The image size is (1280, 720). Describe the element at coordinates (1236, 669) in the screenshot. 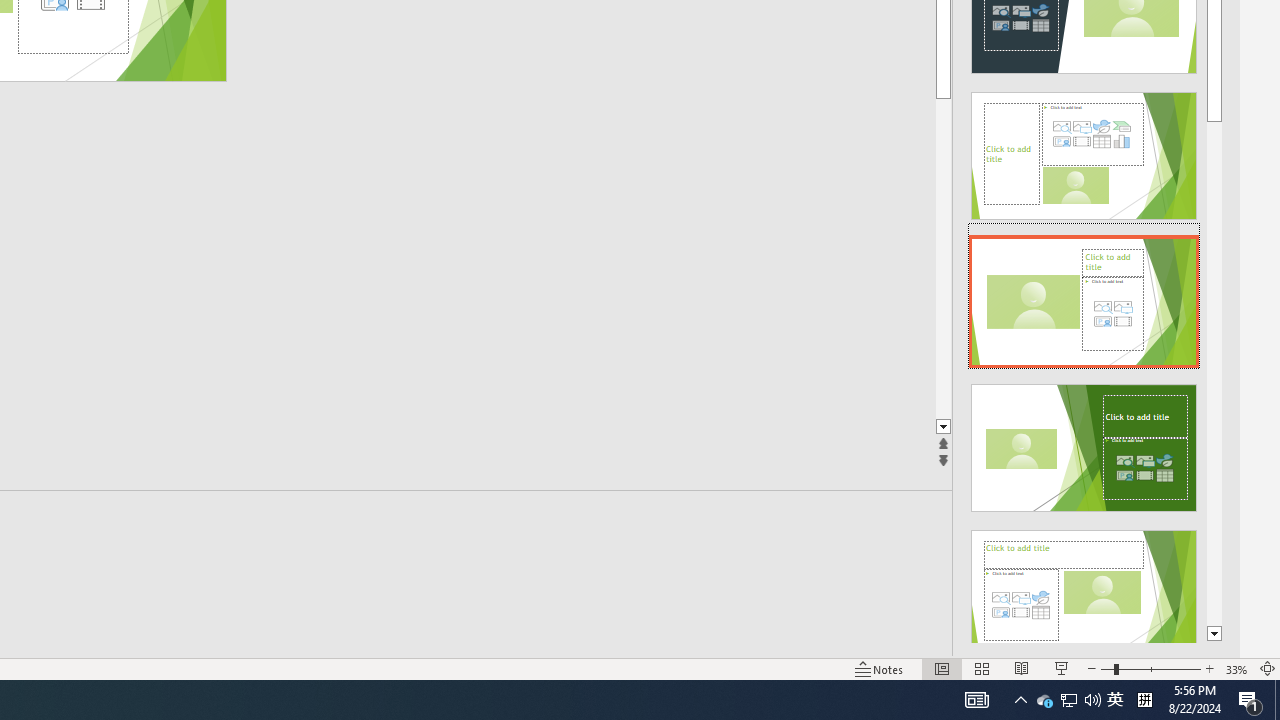

I see `'Zoom 33%'` at that location.